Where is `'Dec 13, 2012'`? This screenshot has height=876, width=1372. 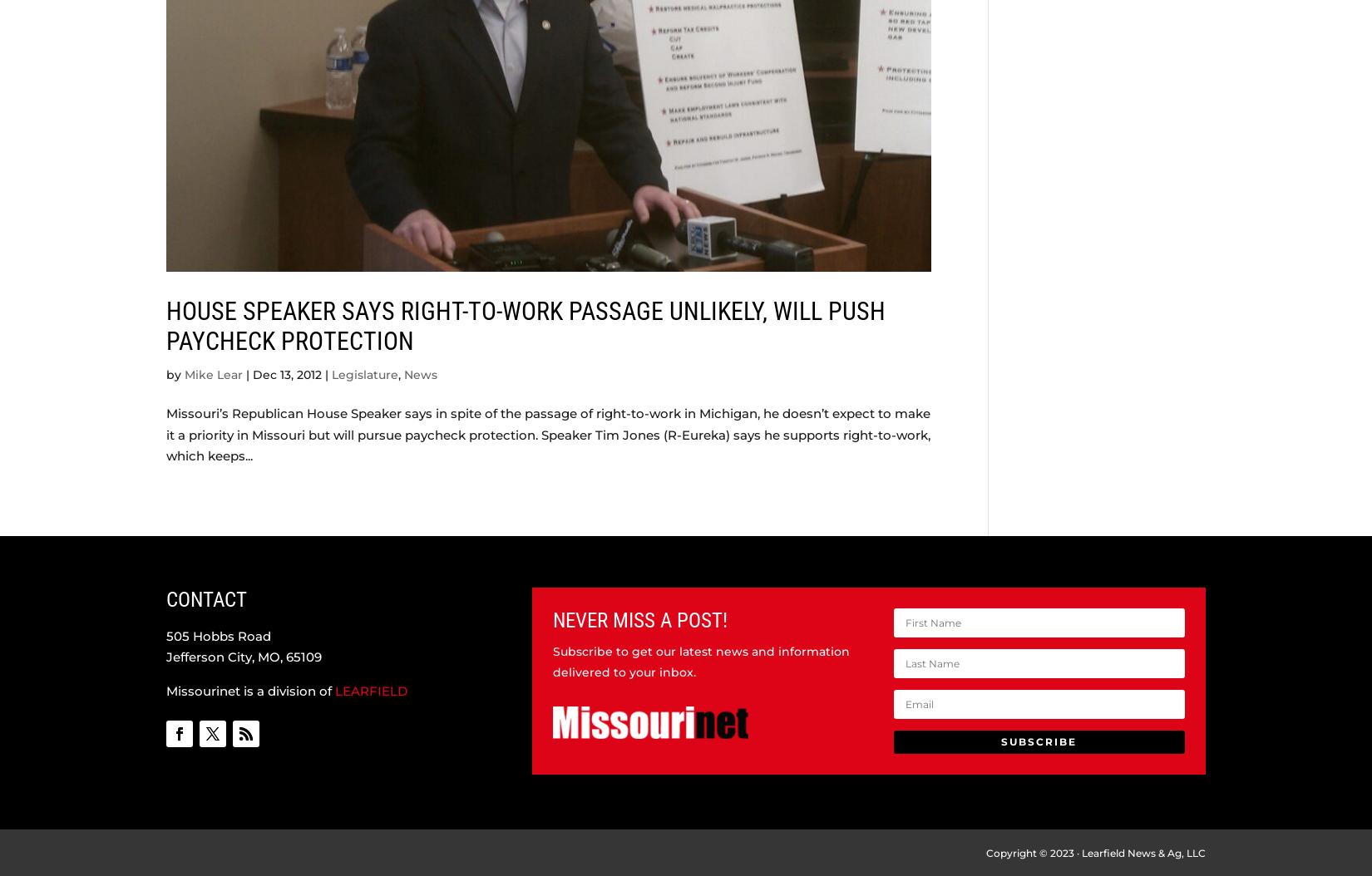
'Dec 13, 2012' is located at coordinates (287, 373).